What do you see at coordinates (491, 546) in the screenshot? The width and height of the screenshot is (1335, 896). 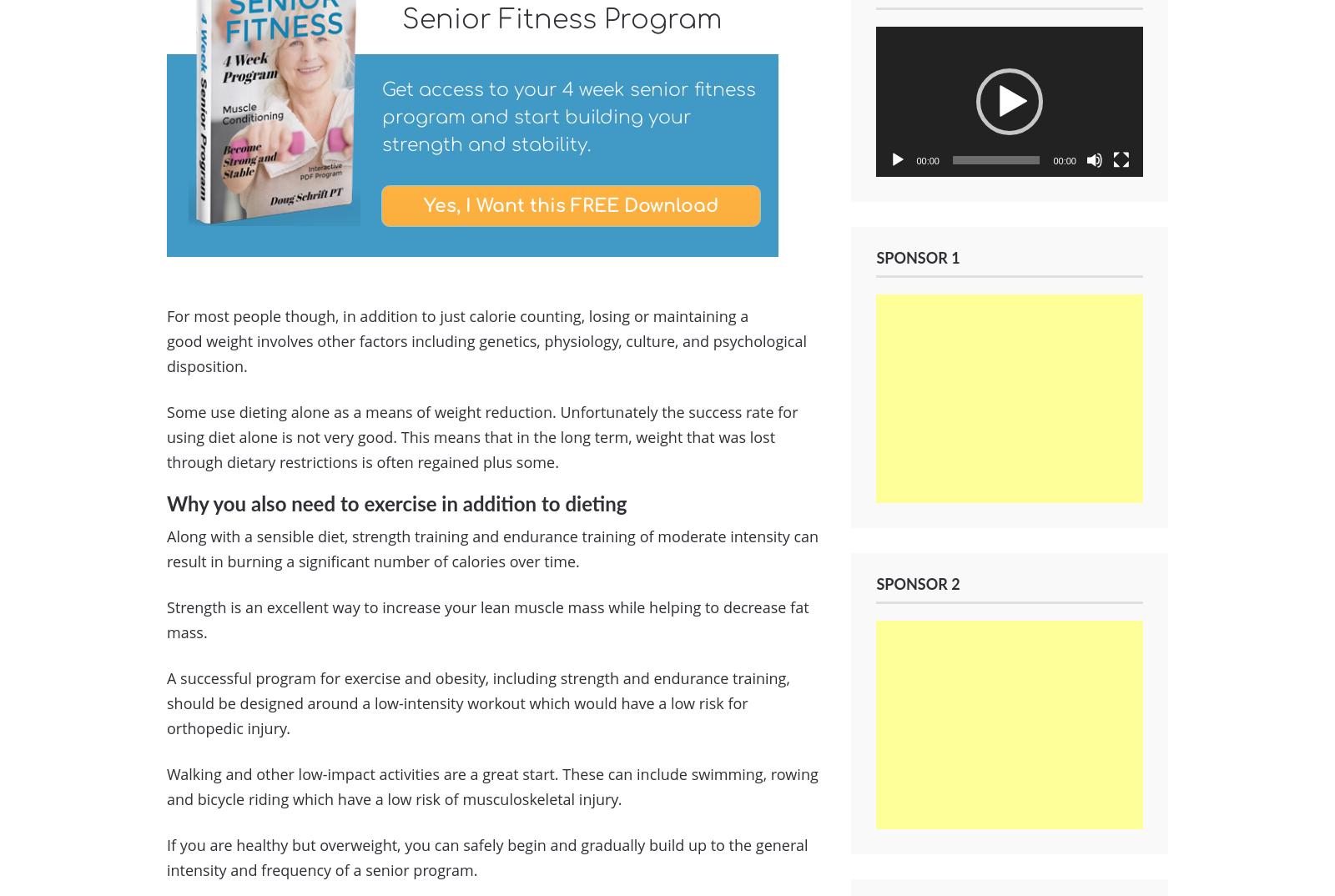 I see `'Along with a sensible diet, strength training and endurance training of moderate intensity can result in burning a significant number of calories over time.'` at bounding box center [491, 546].